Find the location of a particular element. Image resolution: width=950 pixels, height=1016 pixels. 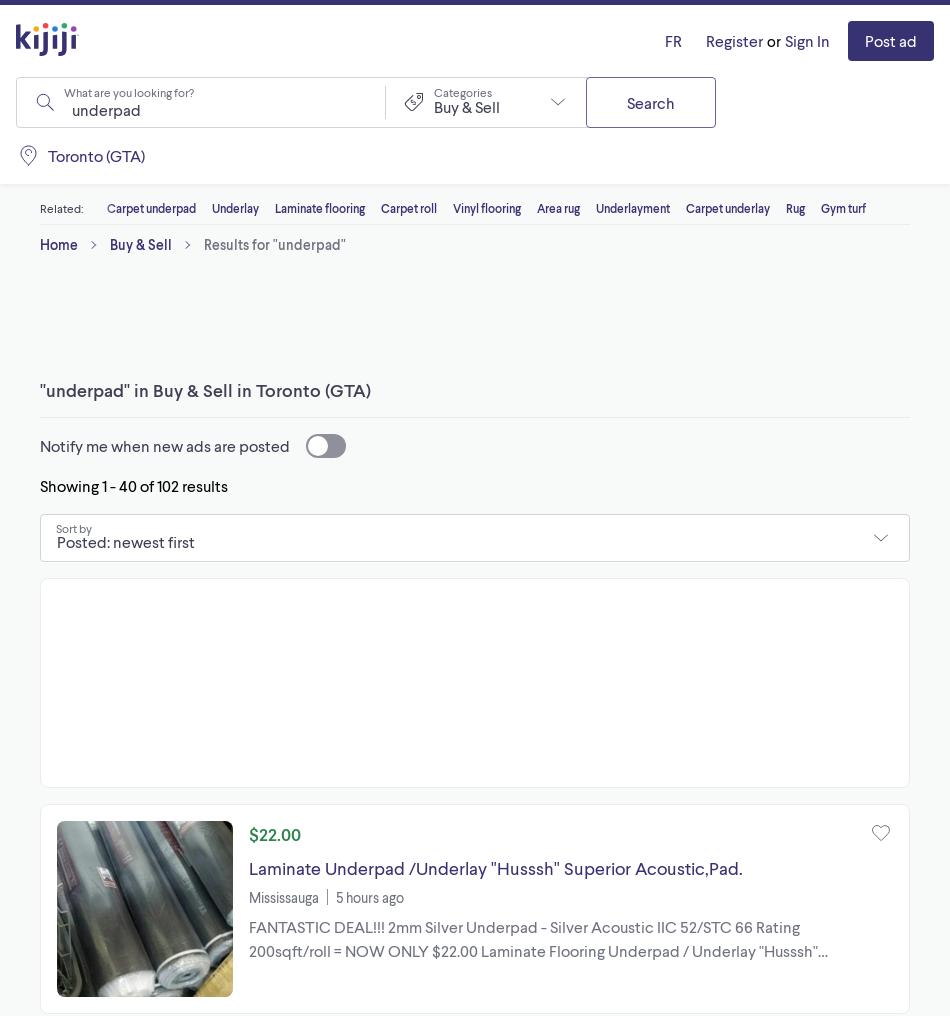

'"underpad" in Buy & Sell in Toronto (GTA)' is located at coordinates (205, 389).